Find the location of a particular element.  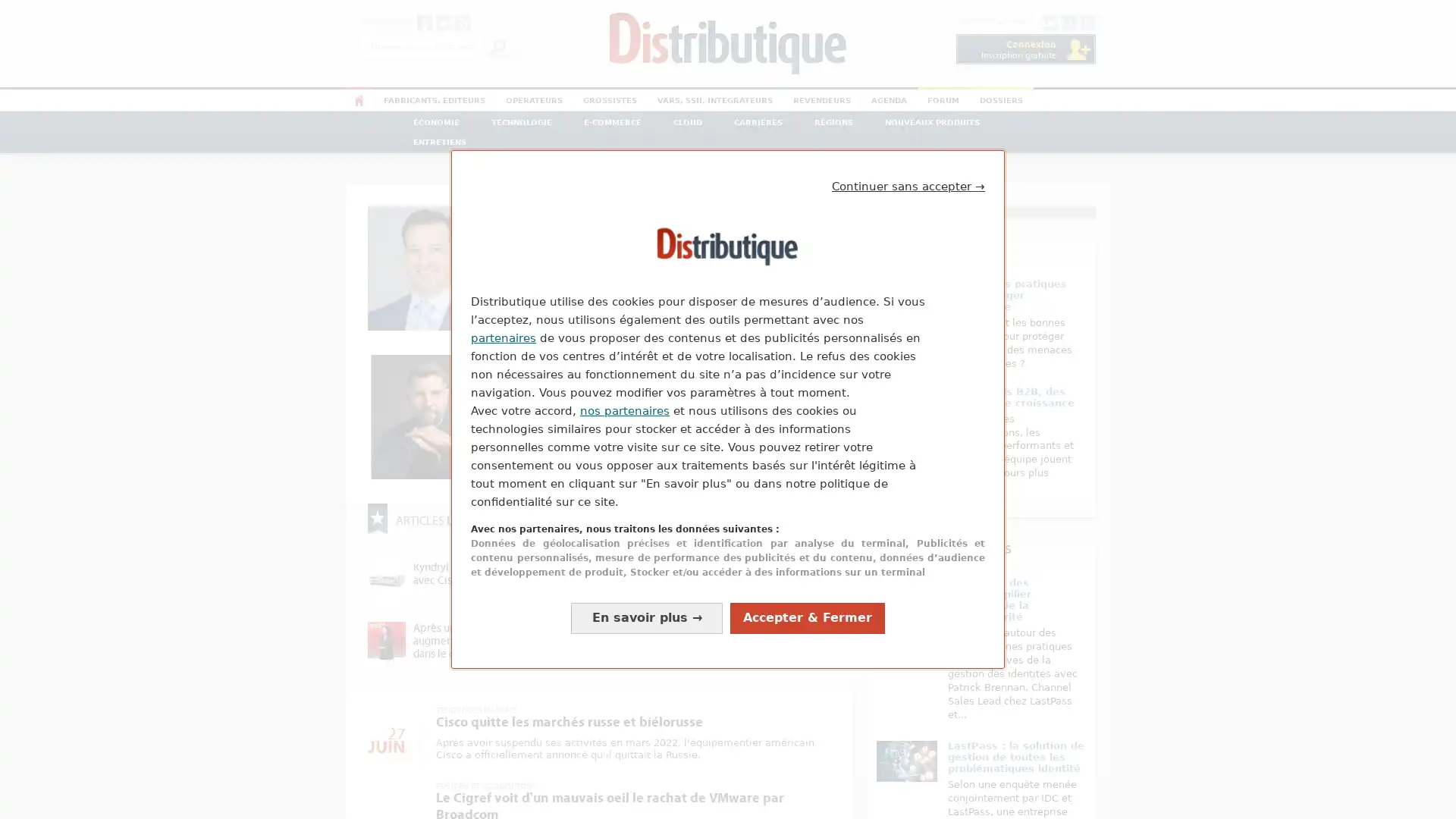

Continuer sans accepter is located at coordinates (908, 186).